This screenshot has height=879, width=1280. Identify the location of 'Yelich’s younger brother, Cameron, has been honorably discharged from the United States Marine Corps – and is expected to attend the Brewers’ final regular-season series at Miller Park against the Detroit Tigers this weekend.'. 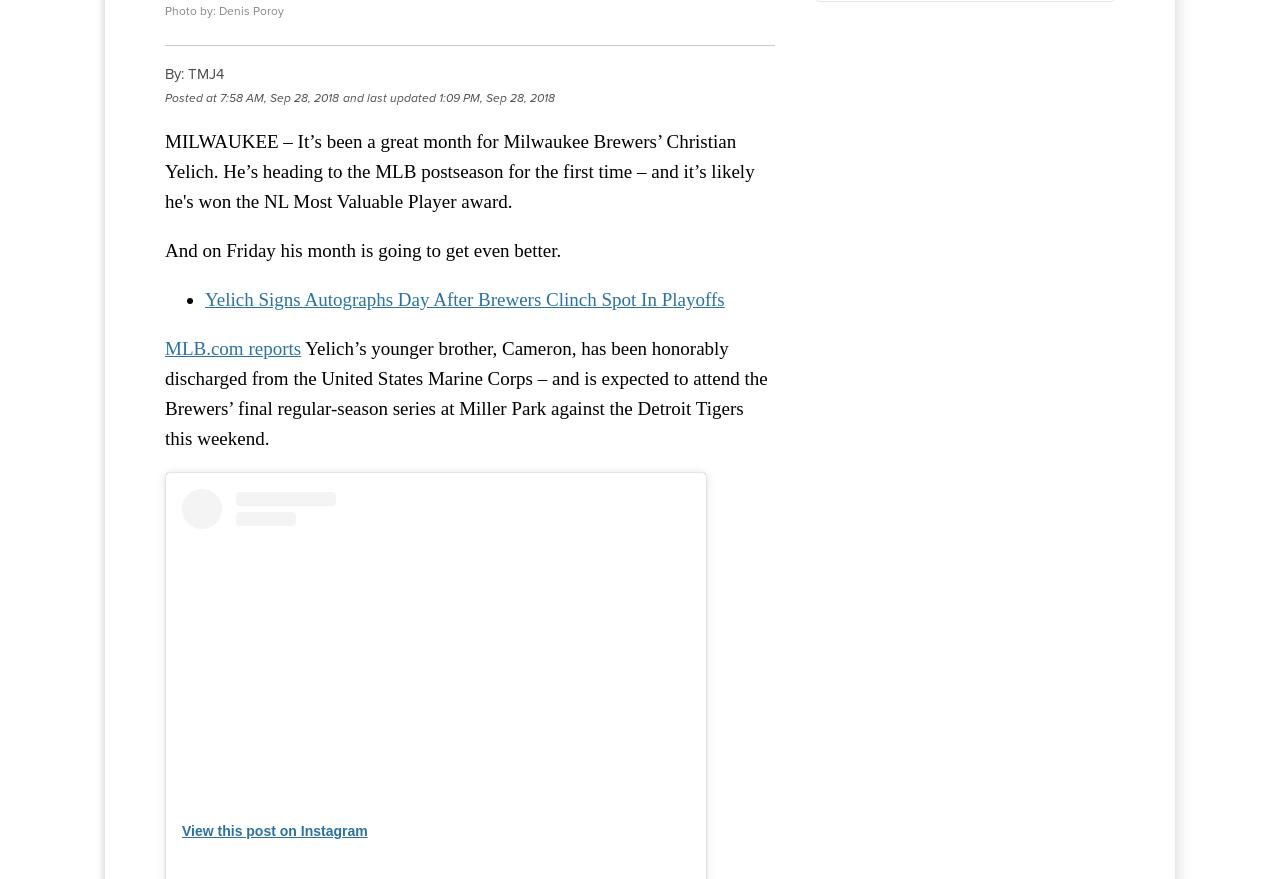
(465, 393).